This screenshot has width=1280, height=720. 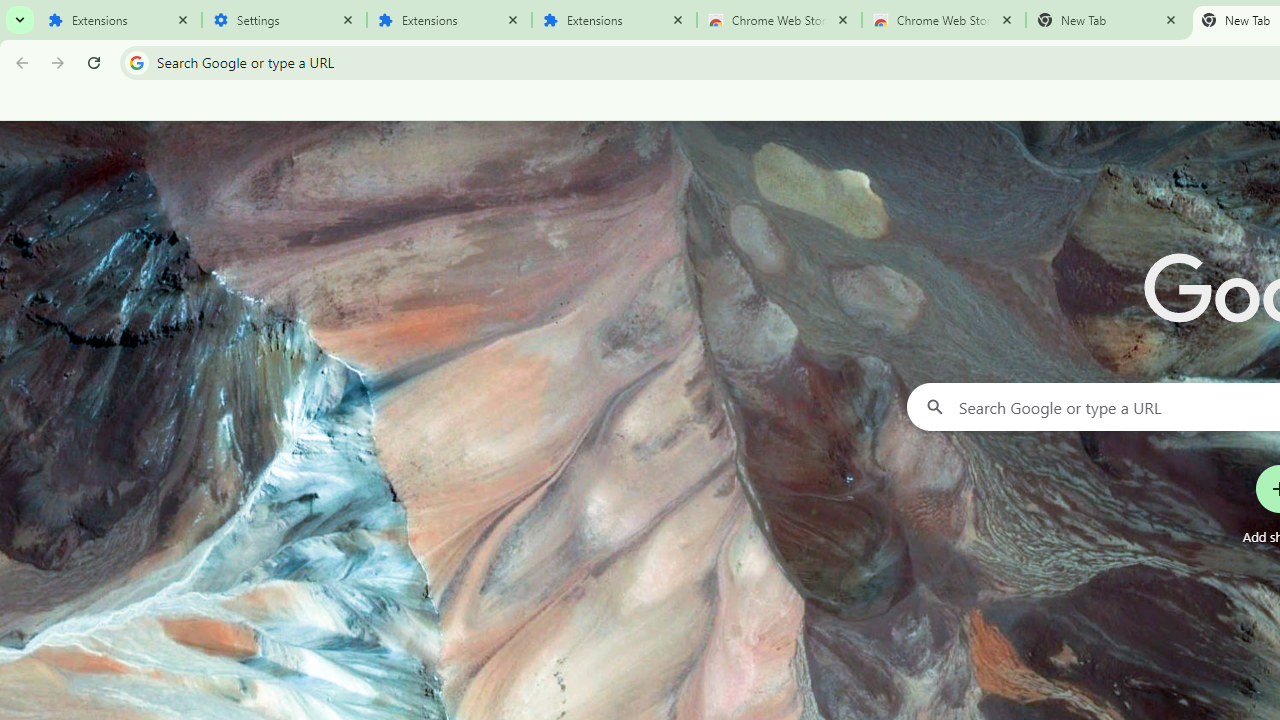 What do you see at coordinates (118, 20) in the screenshot?
I see `'Extensions'` at bounding box center [118, 20].